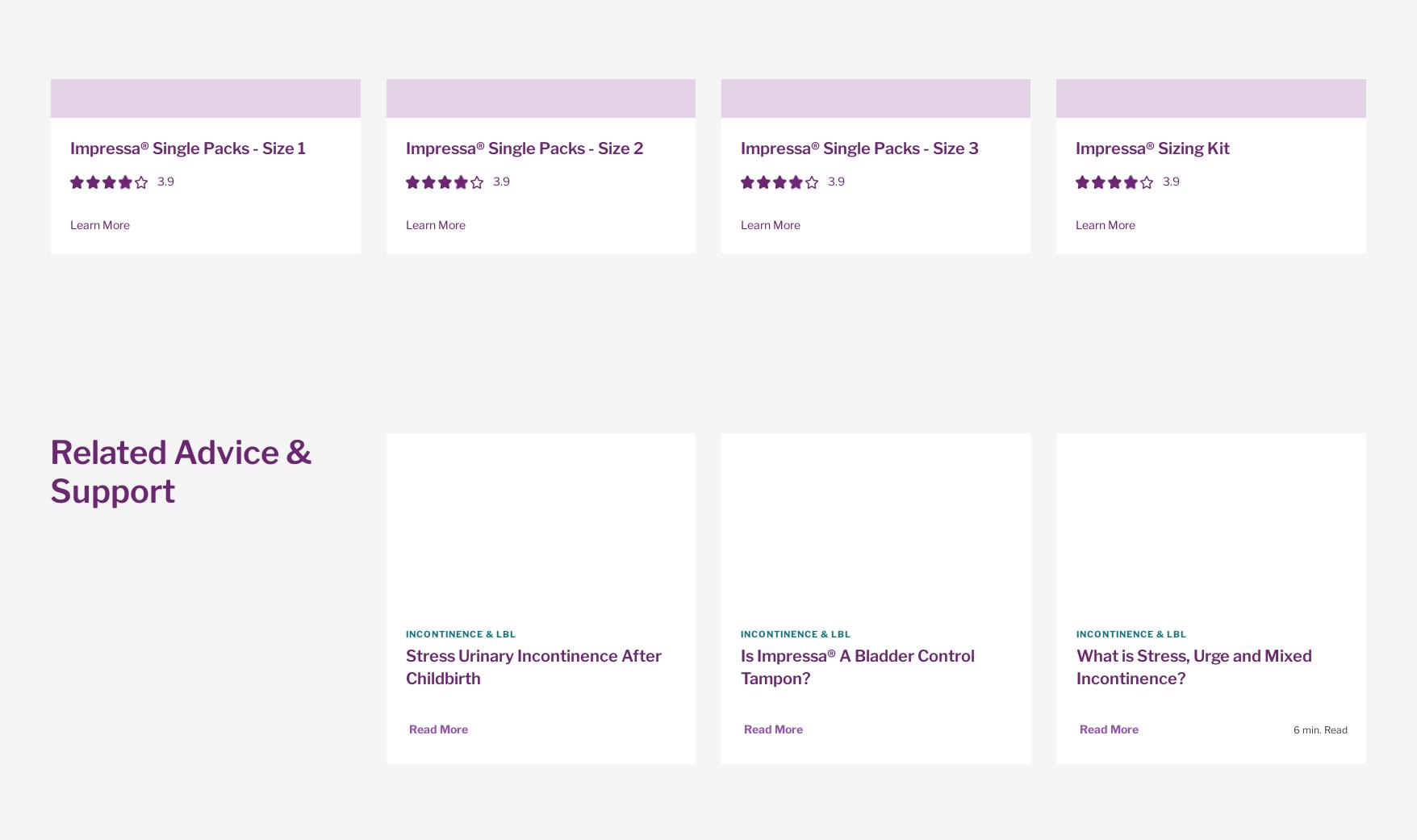 Image resolution: width=1417 pixels, height=840 pixels. What do you see at coordinates (523, 148) in the screenshot?
I see `'Impressa® Single Packs - Size 2'` at bounding box center [523, 148].